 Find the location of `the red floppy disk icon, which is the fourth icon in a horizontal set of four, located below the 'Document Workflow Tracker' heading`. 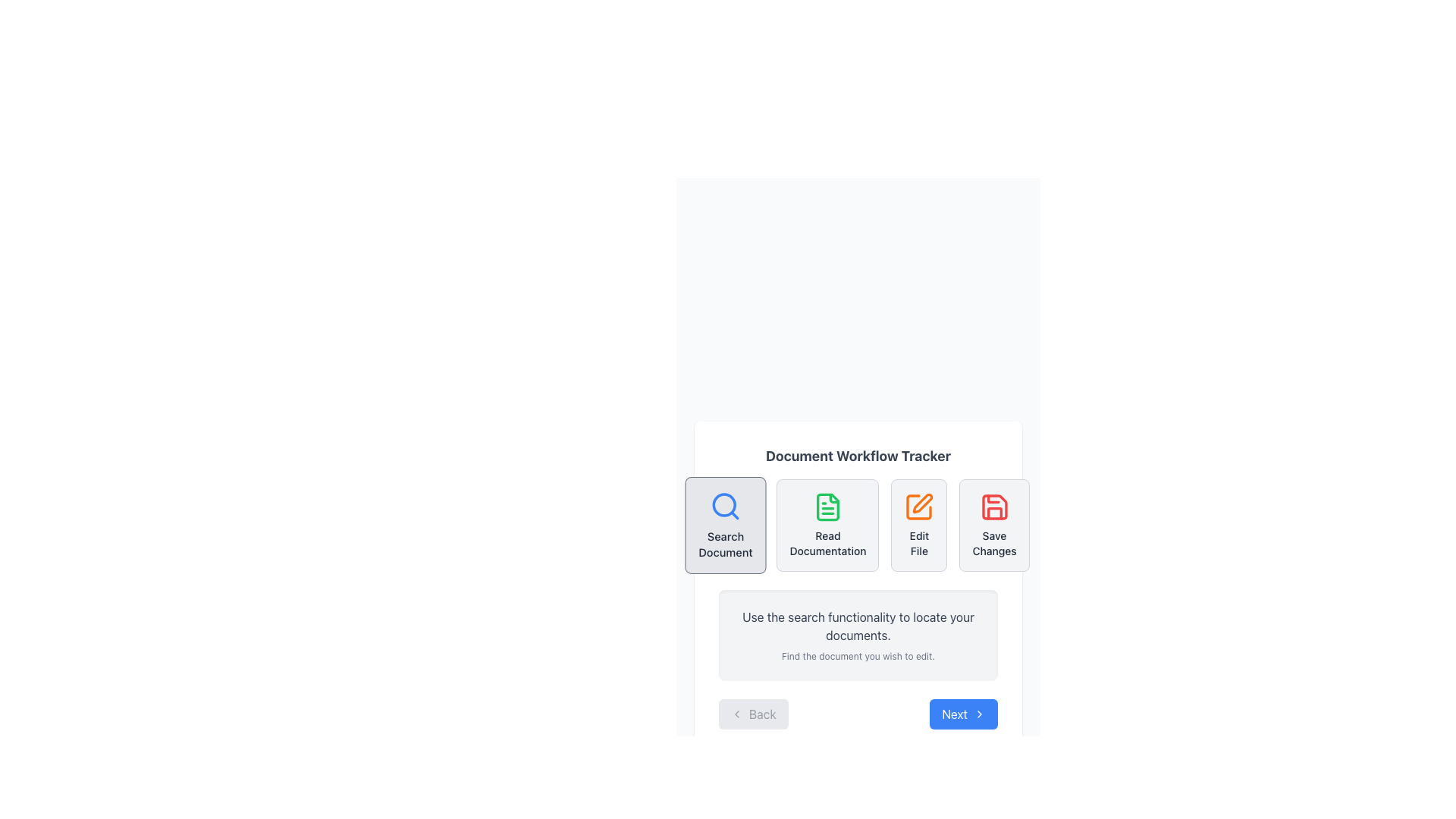

the red floppy disk icon, which is the fourth icon in a horizontal set of four, located below the 'Document Workflow Tracker' heading is located at coordinates (994, 507).